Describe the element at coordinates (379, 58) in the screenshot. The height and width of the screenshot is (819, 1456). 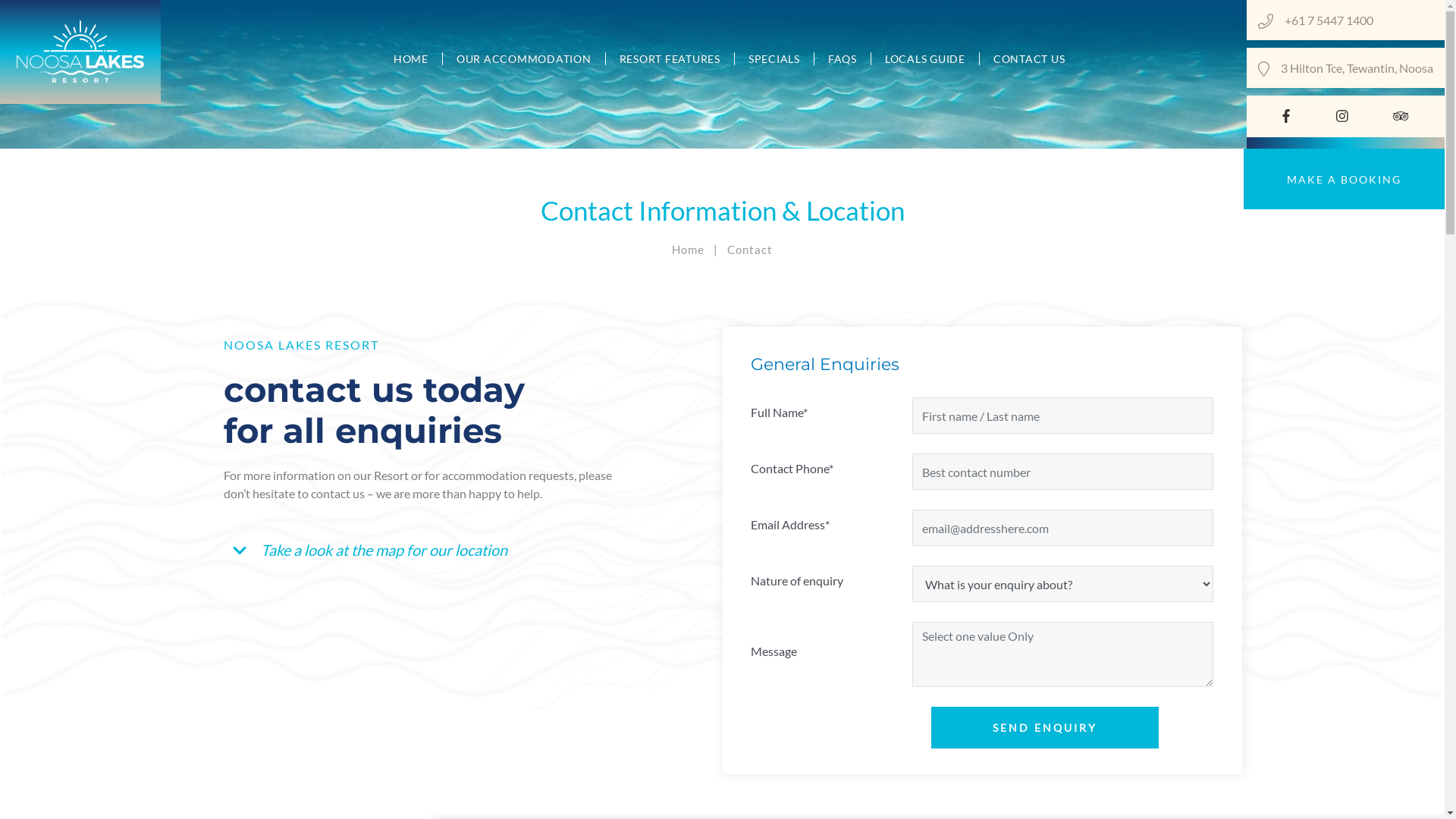
I see `'HOME'` at that location.